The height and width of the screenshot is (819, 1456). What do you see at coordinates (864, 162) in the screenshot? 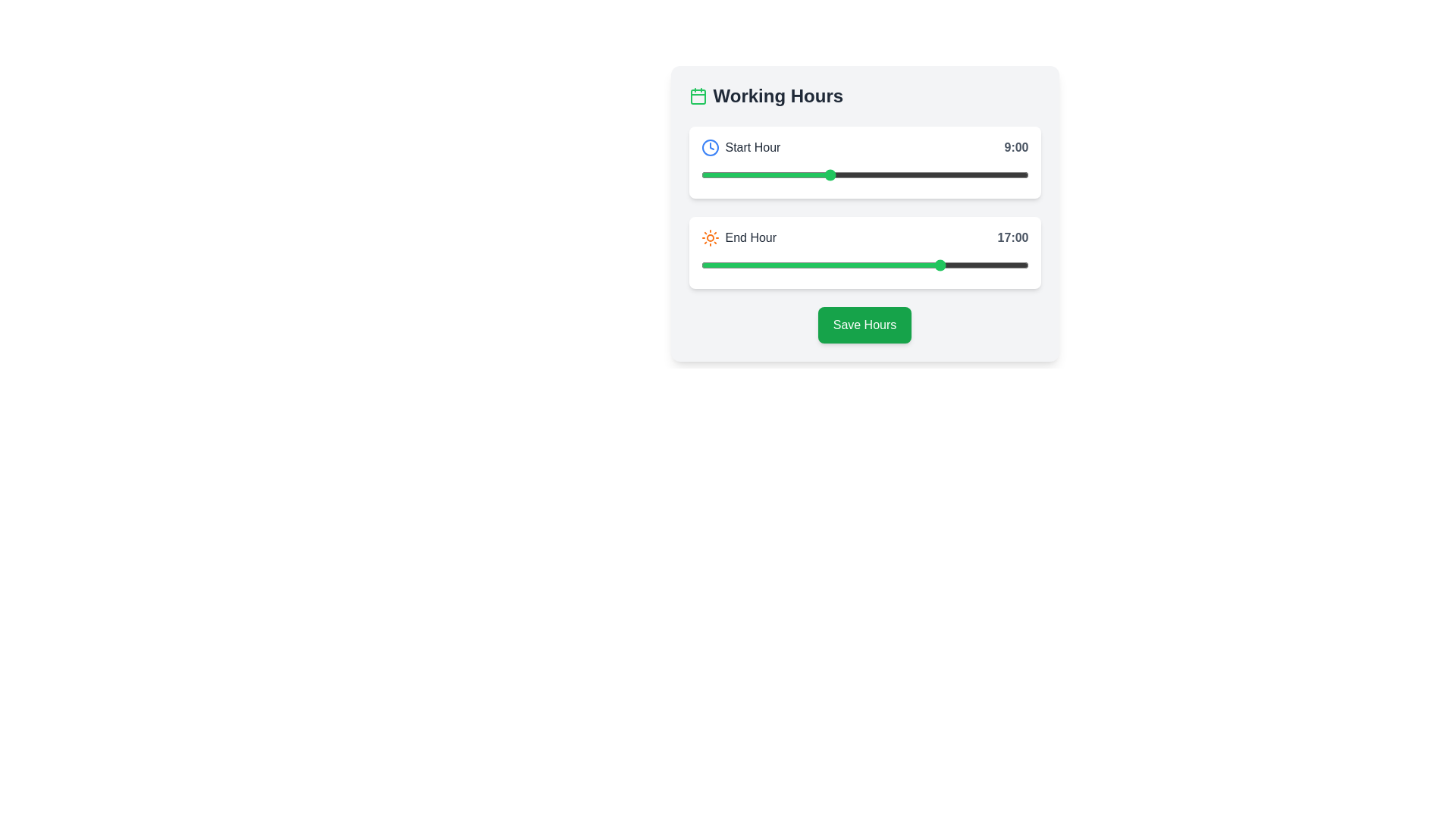
I see `displayed time from the Interactive time slider which shows 'Start Hour' with the label '9:00'` at bounding box center [864, 162].